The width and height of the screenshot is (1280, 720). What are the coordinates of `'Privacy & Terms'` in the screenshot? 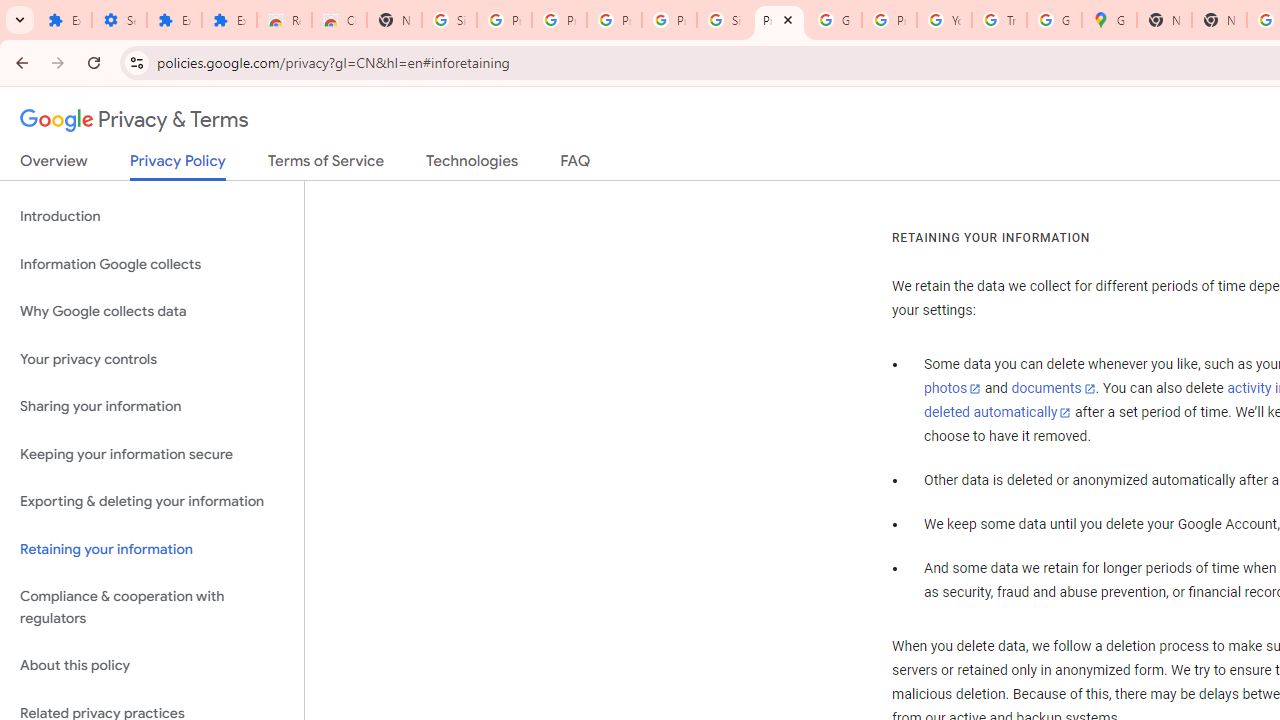 It's located at (134, 120).